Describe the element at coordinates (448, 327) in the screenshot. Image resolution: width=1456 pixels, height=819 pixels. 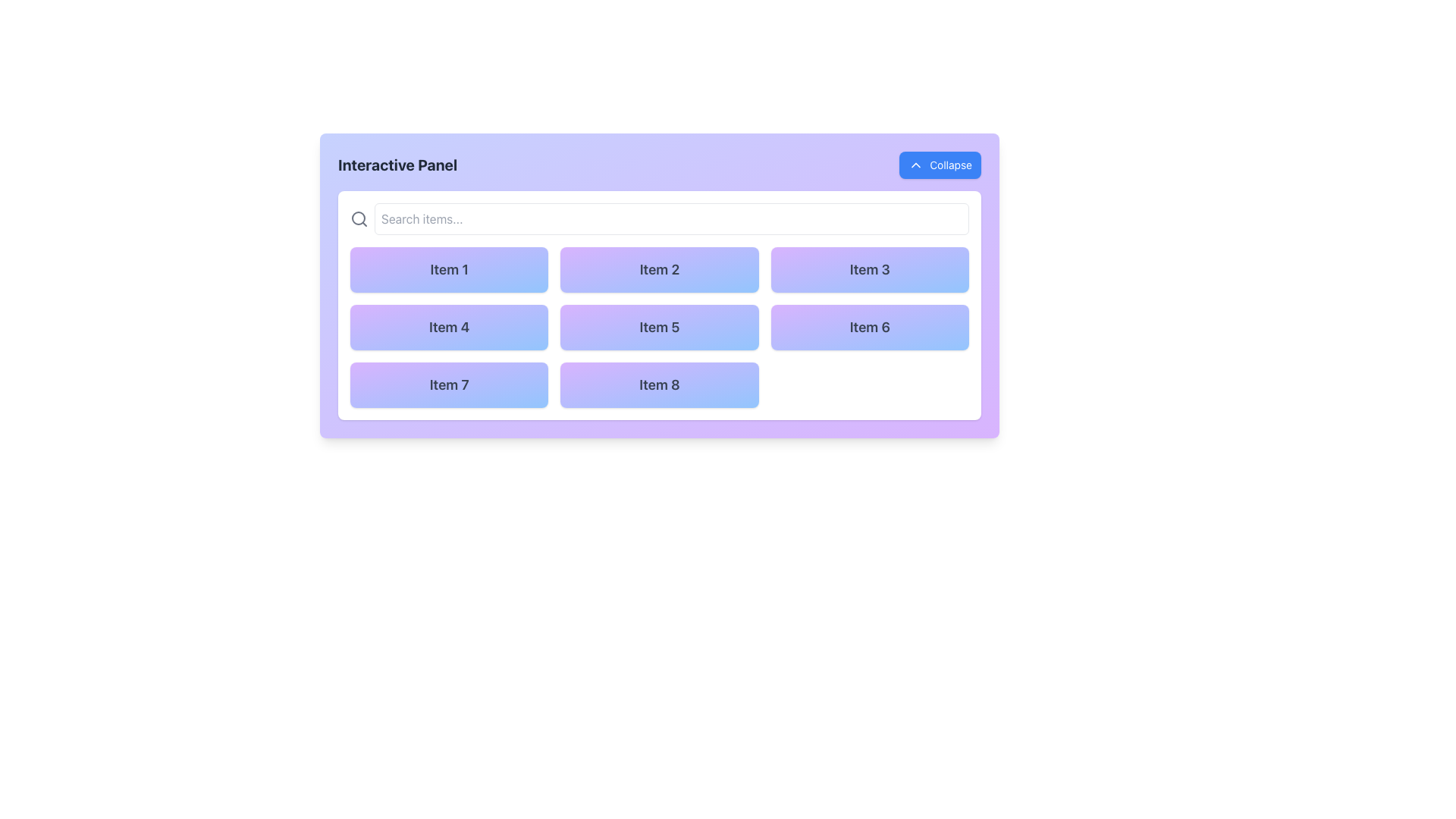
I see `the Card element displaying the label 'Item 4' which is part of a grid layout, located in the middle left area directly beneath 'Item 1' and adjacent to 'Item 5'` at that location.